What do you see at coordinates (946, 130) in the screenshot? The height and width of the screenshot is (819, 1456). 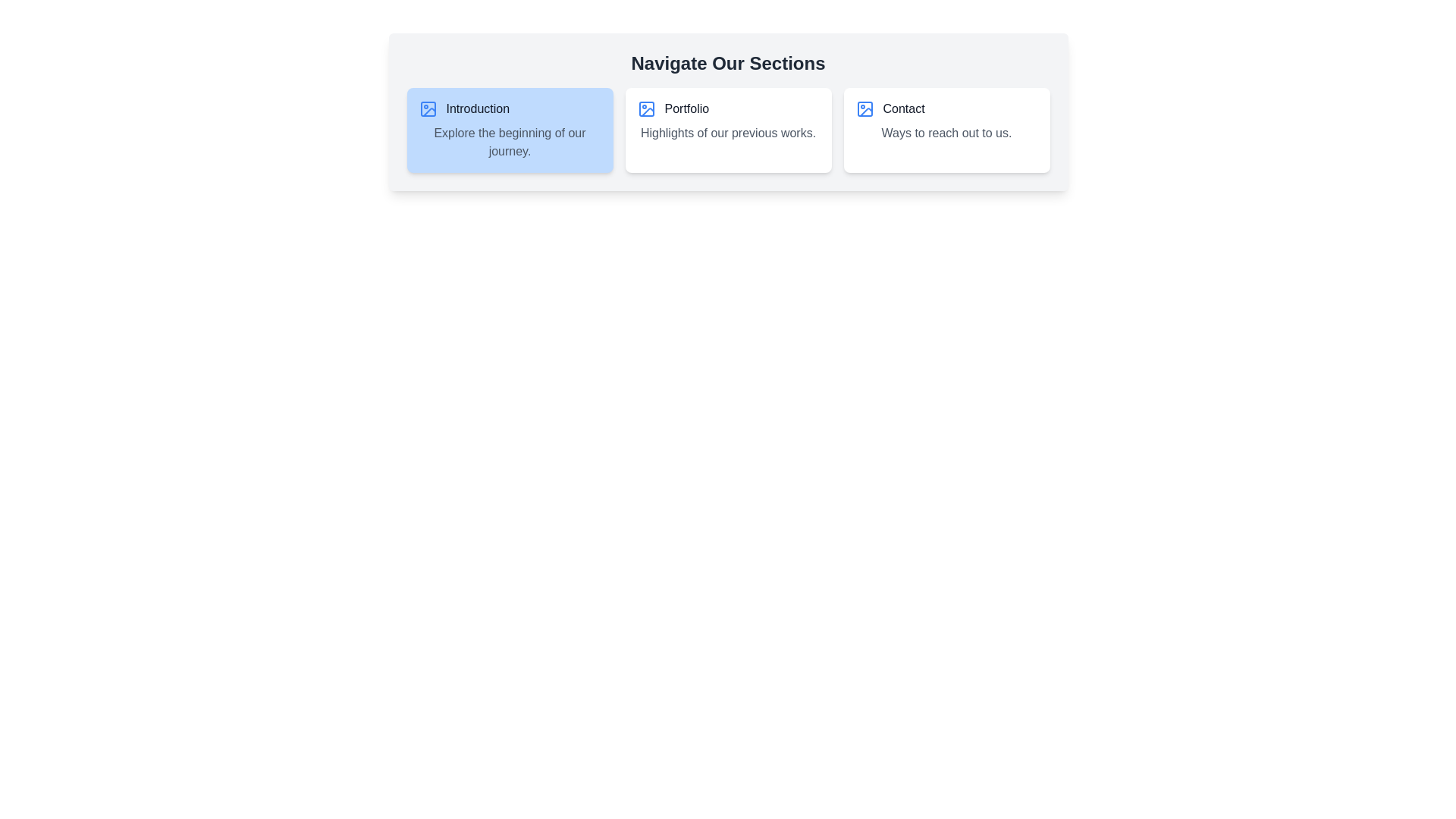 I see `the third card titled 'Contact' in the 'Navigate Our Sections' group, which features a blue icon and white background` at bounding box center [946, 130].